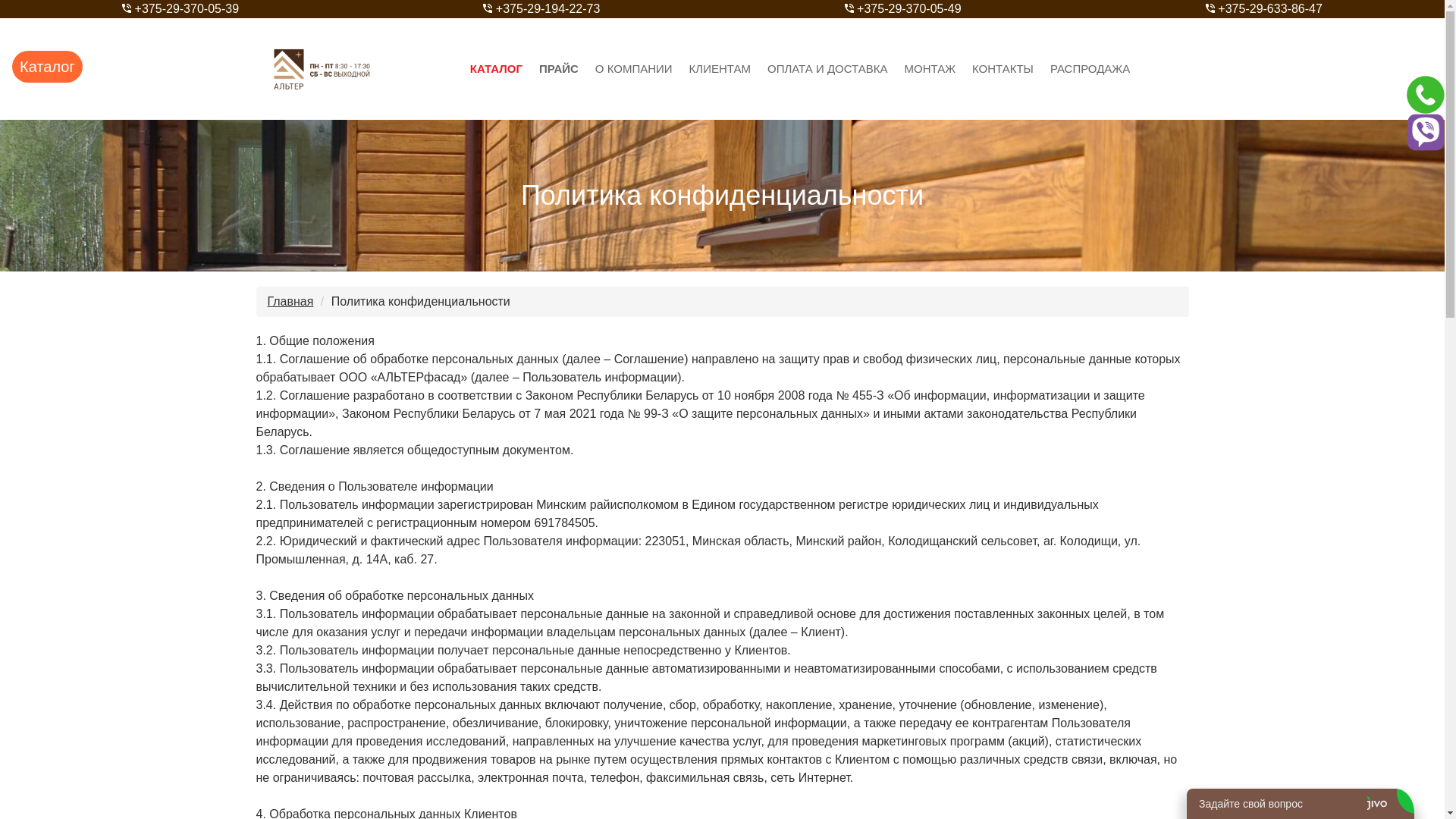  I want to click on '+375-29-194-22-73', so click(541, 8).